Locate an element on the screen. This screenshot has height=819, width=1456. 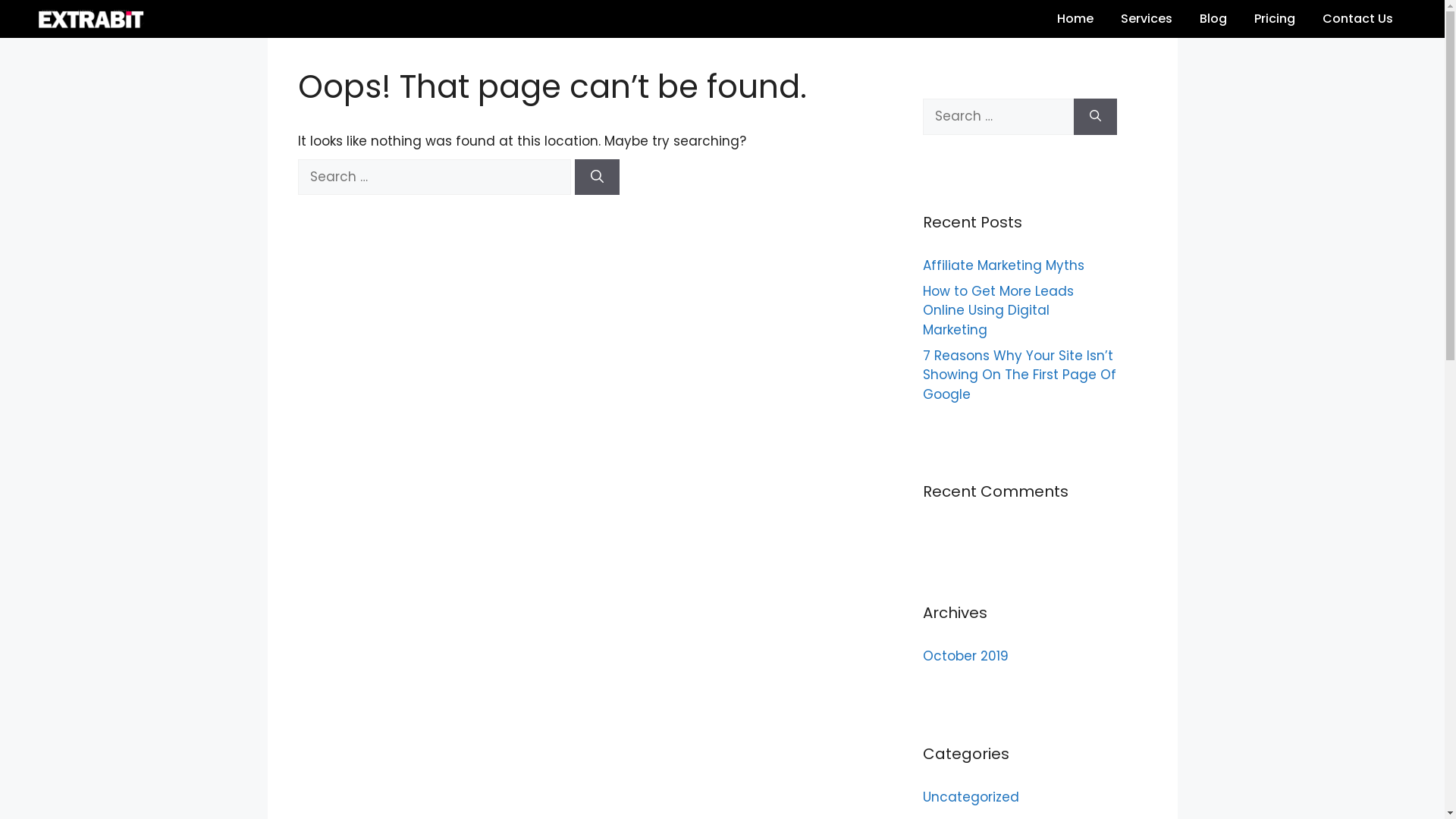
'October 2019' is located at coordinates (964, 654).